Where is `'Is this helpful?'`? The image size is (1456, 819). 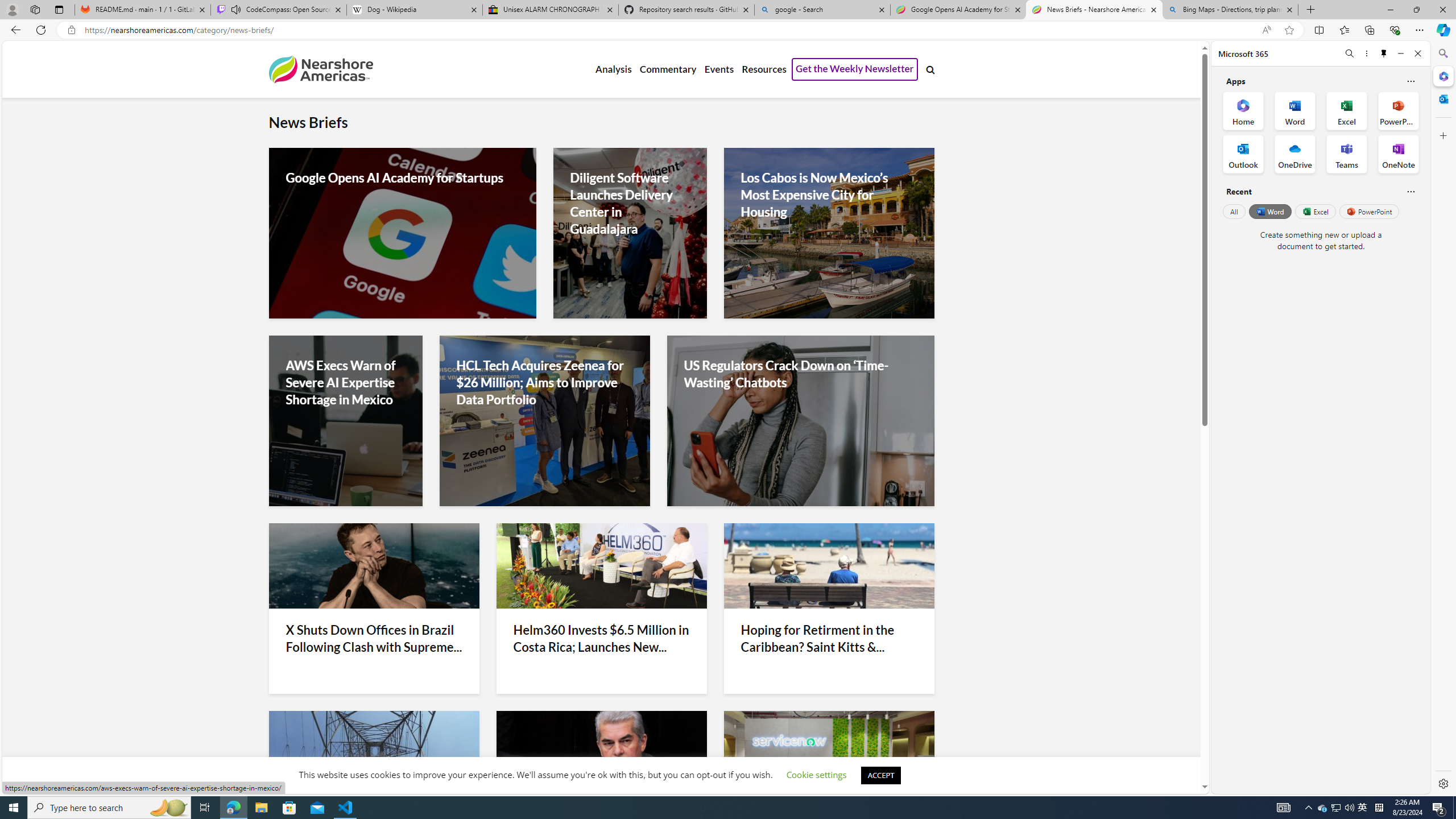 'Is this helpful?' is located at coordinates (1410, 191).